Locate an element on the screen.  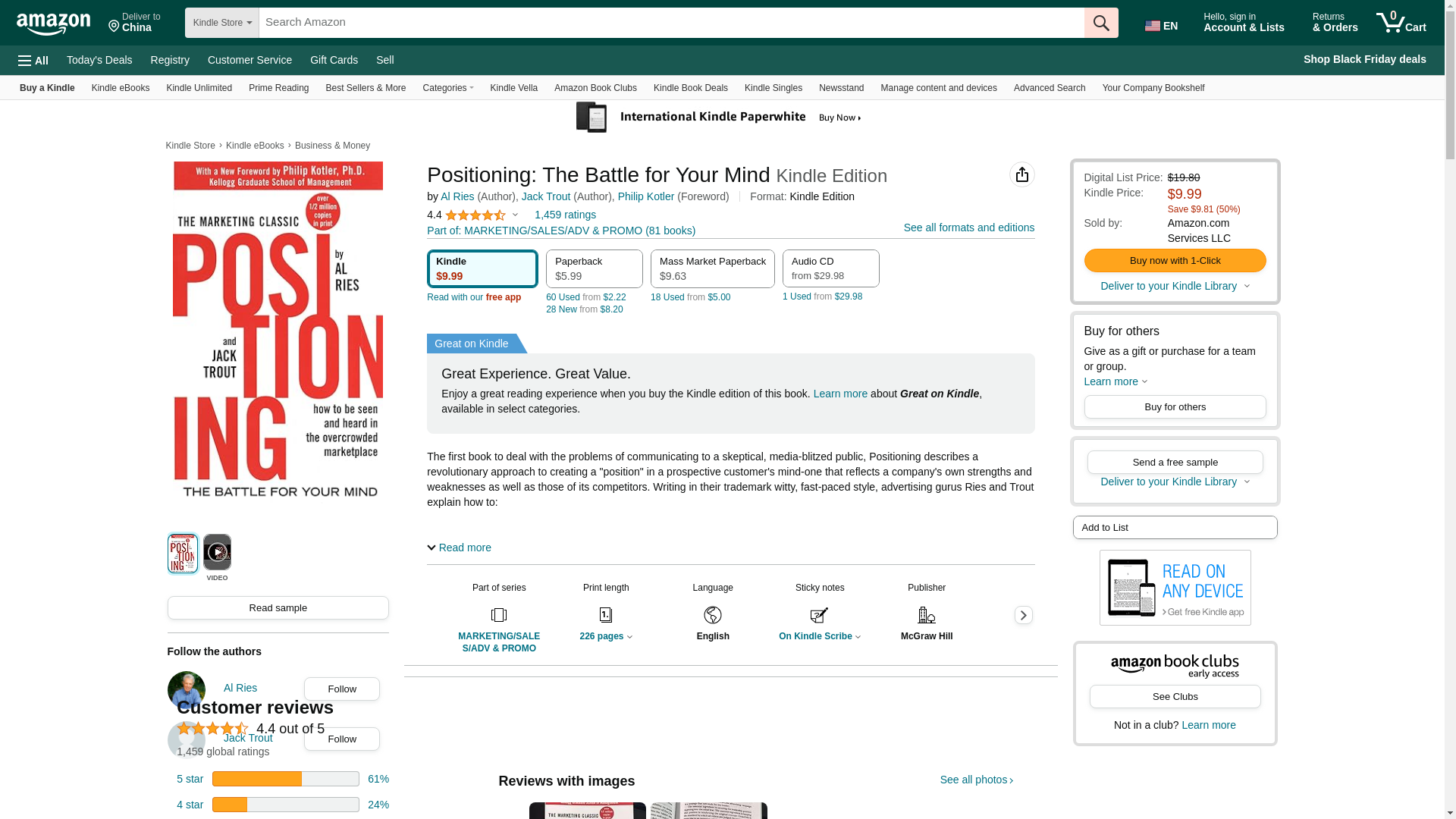
'226 pages' is located at coordinates (578, 636).